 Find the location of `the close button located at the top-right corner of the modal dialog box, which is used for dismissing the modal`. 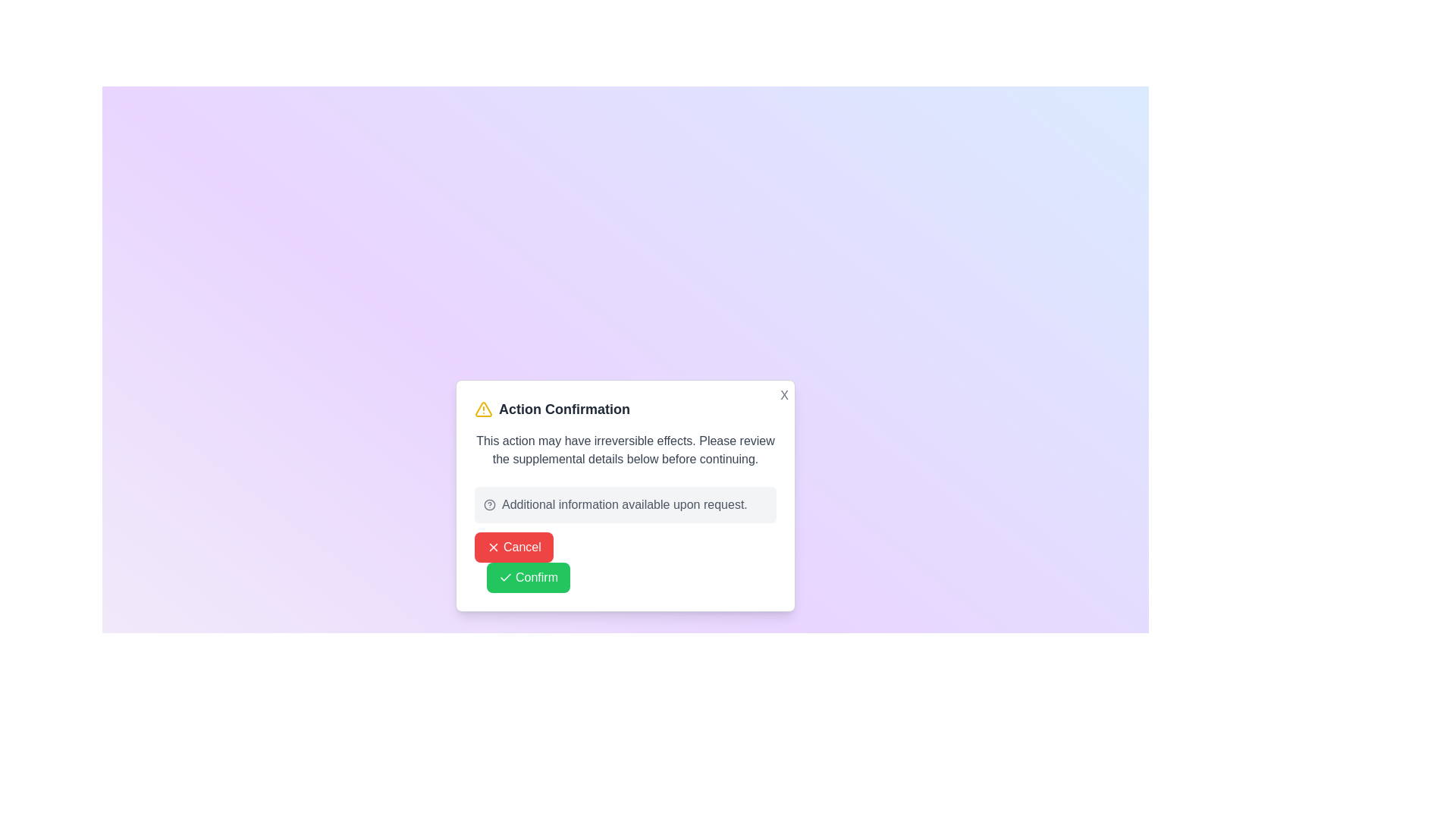

the close button located at the top-right corner of the modal dialog box, which is used for dismissing the modal is located at coordinates (784, 394).